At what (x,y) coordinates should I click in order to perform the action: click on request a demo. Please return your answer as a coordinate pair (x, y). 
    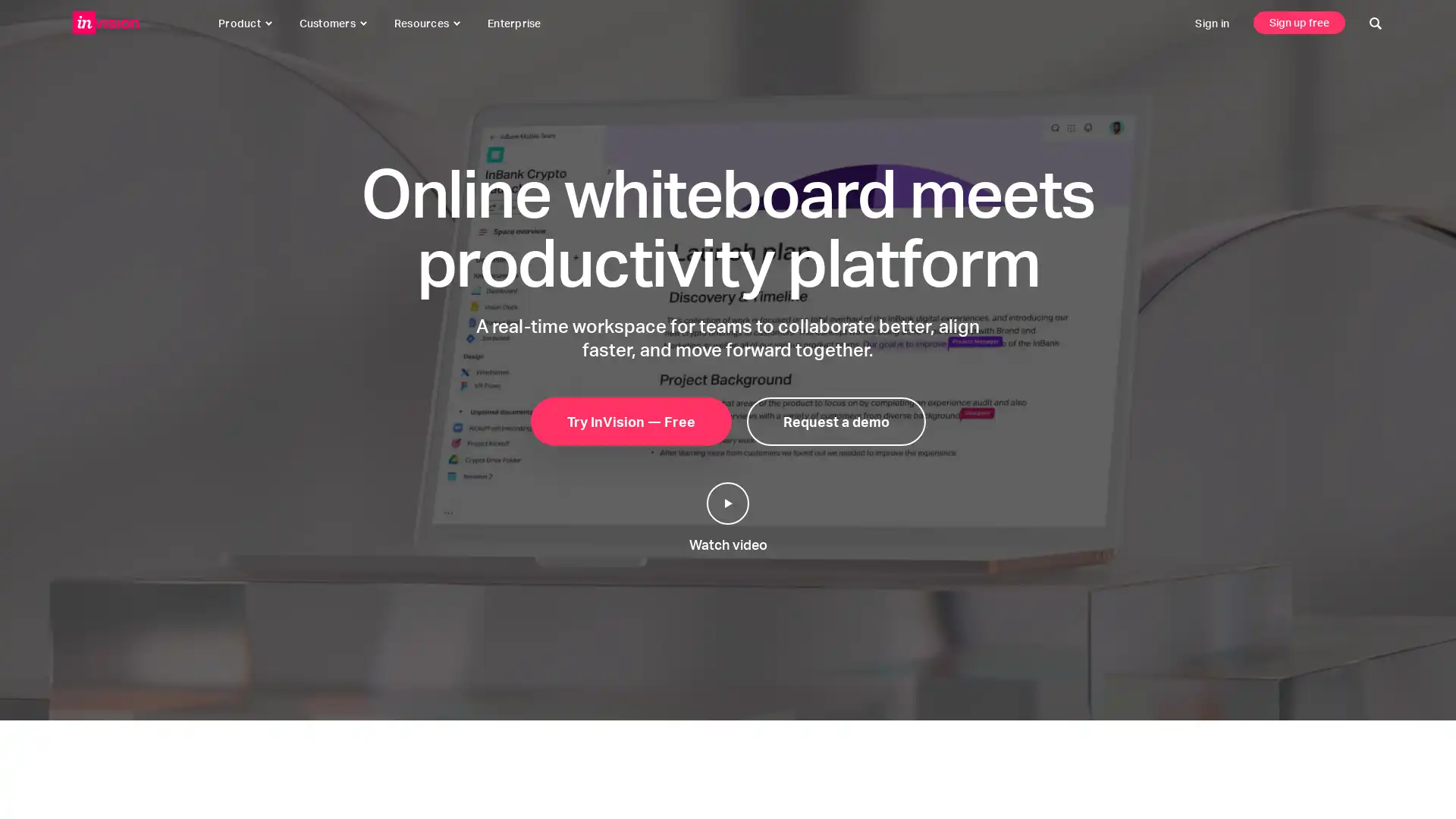
    Looking at the image, I should click on (835, 421).